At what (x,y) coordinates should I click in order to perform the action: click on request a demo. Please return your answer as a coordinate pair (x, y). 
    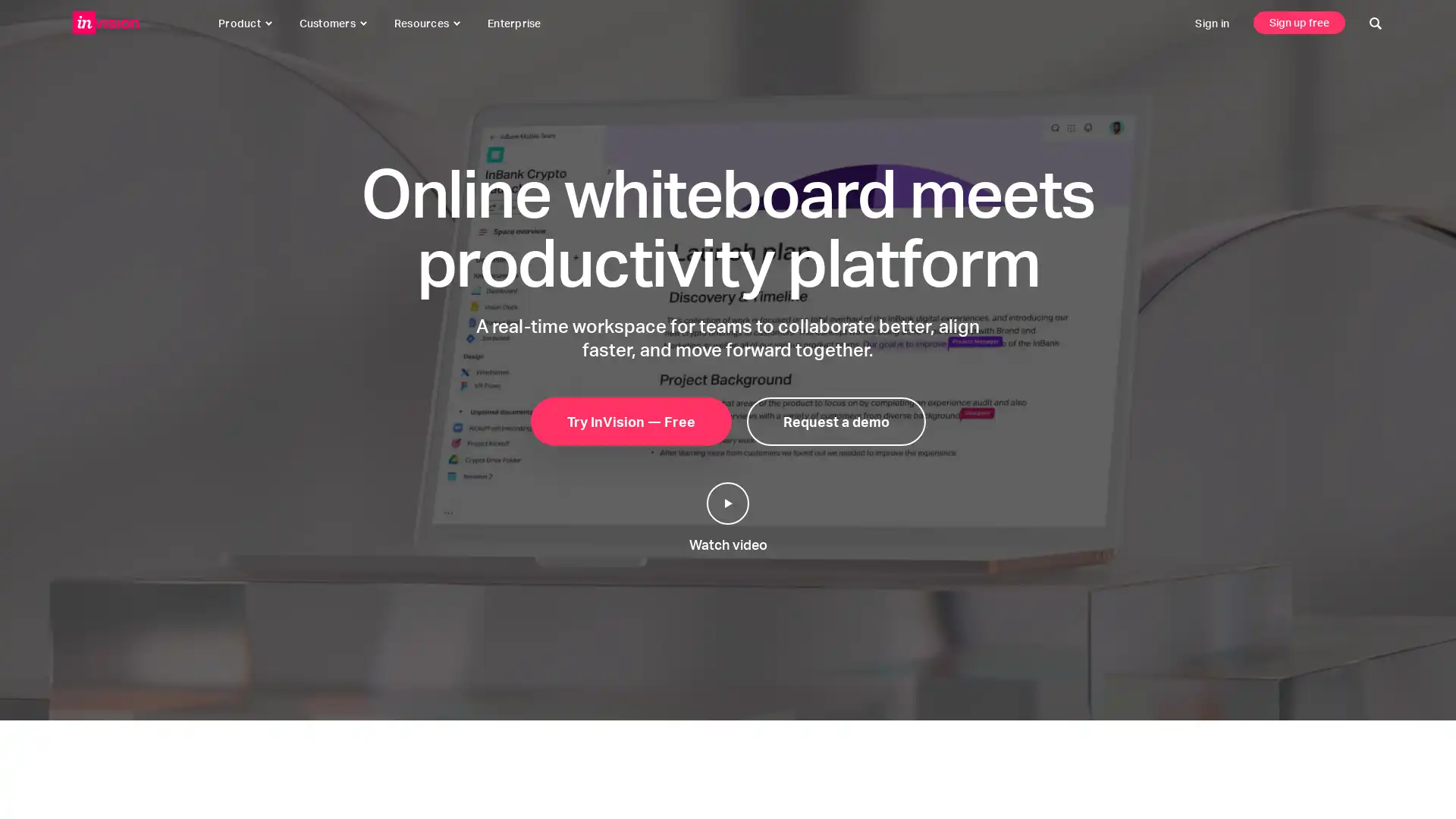
    Looking at the image, I should click on (835, 421).